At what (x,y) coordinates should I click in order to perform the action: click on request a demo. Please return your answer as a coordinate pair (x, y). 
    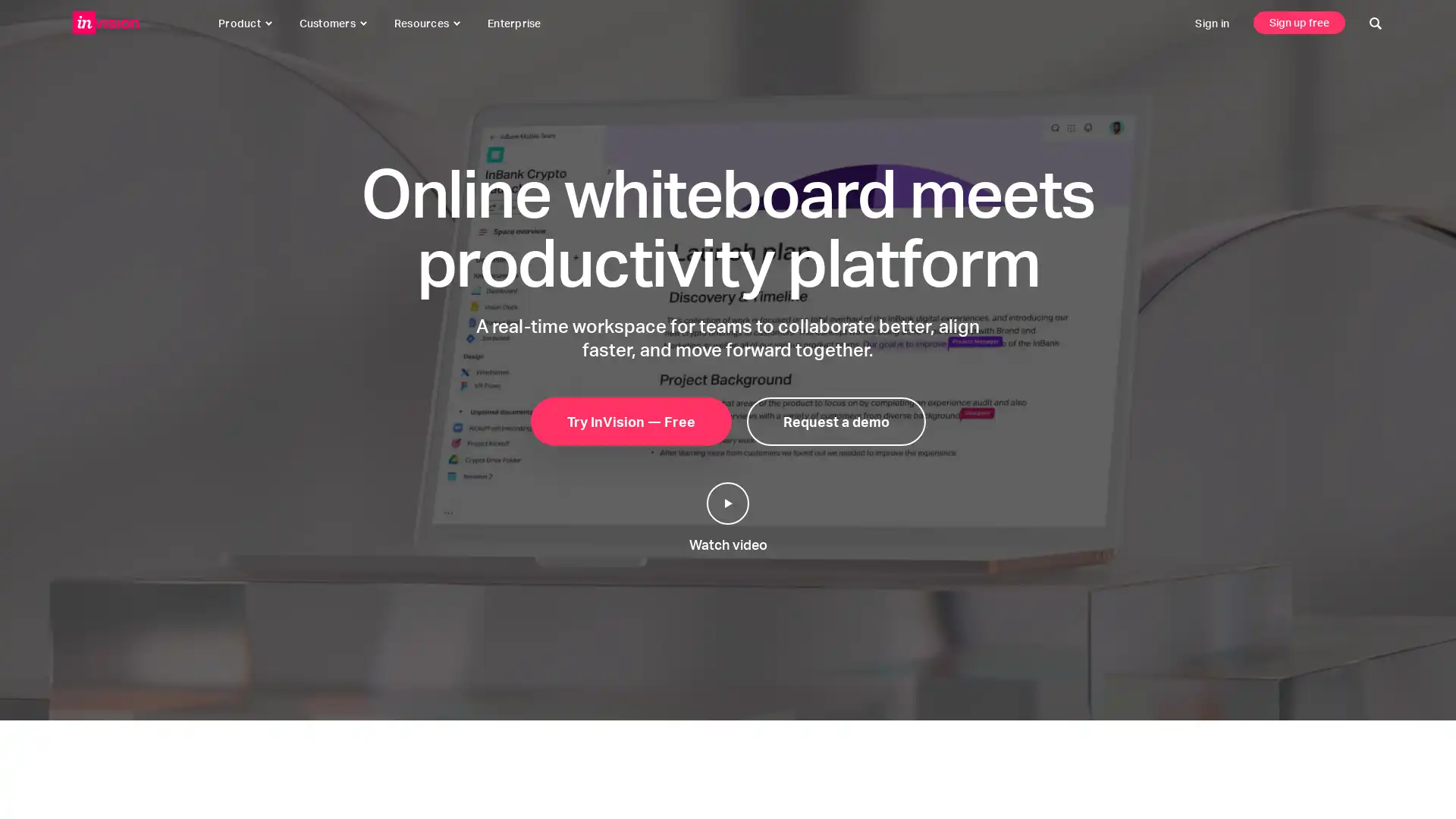
    Looking at the image, I should click on (835, 421).